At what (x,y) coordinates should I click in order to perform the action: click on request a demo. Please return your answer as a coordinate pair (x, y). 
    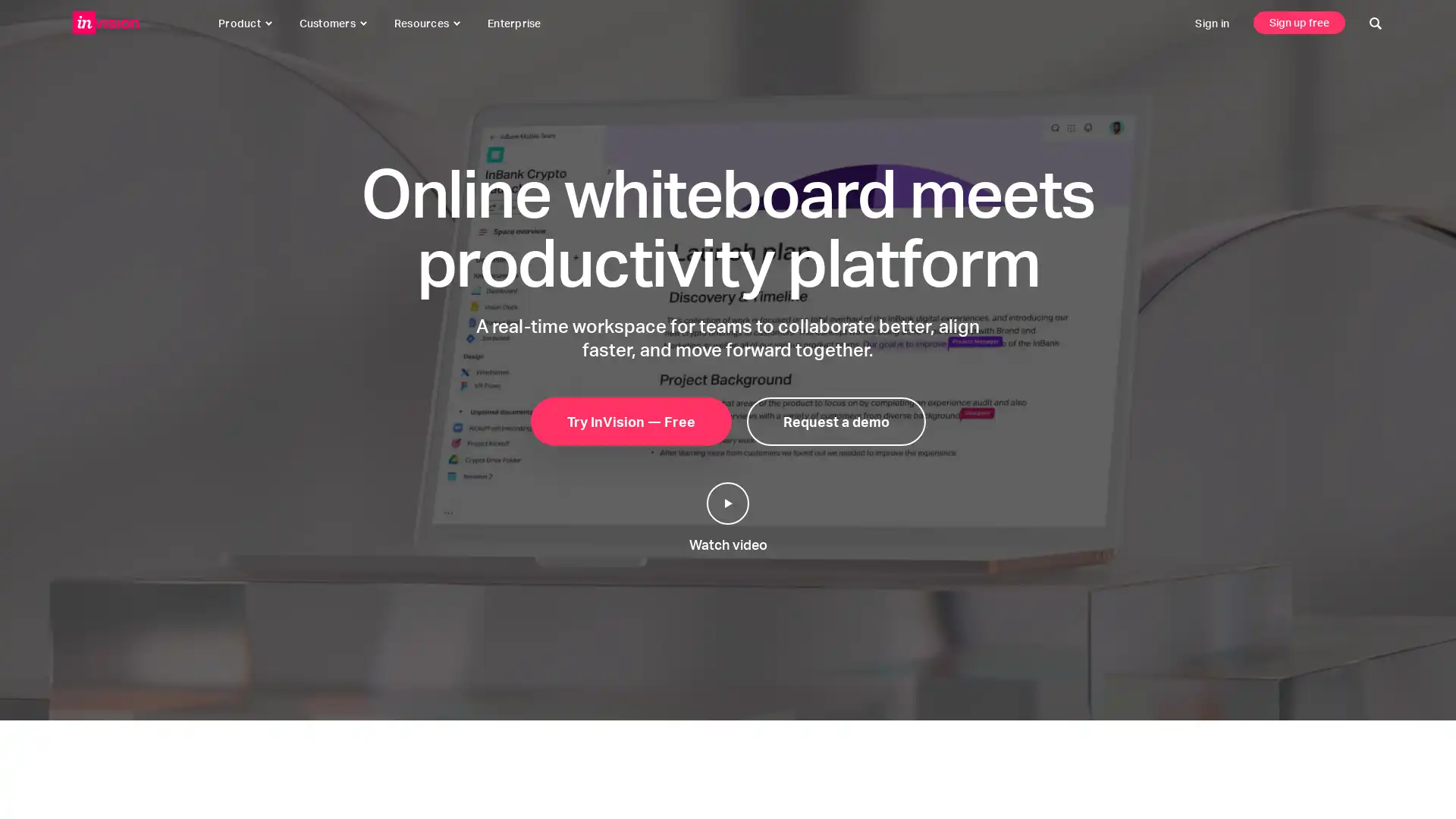
    Looking at the image, I should click on (835, 421).